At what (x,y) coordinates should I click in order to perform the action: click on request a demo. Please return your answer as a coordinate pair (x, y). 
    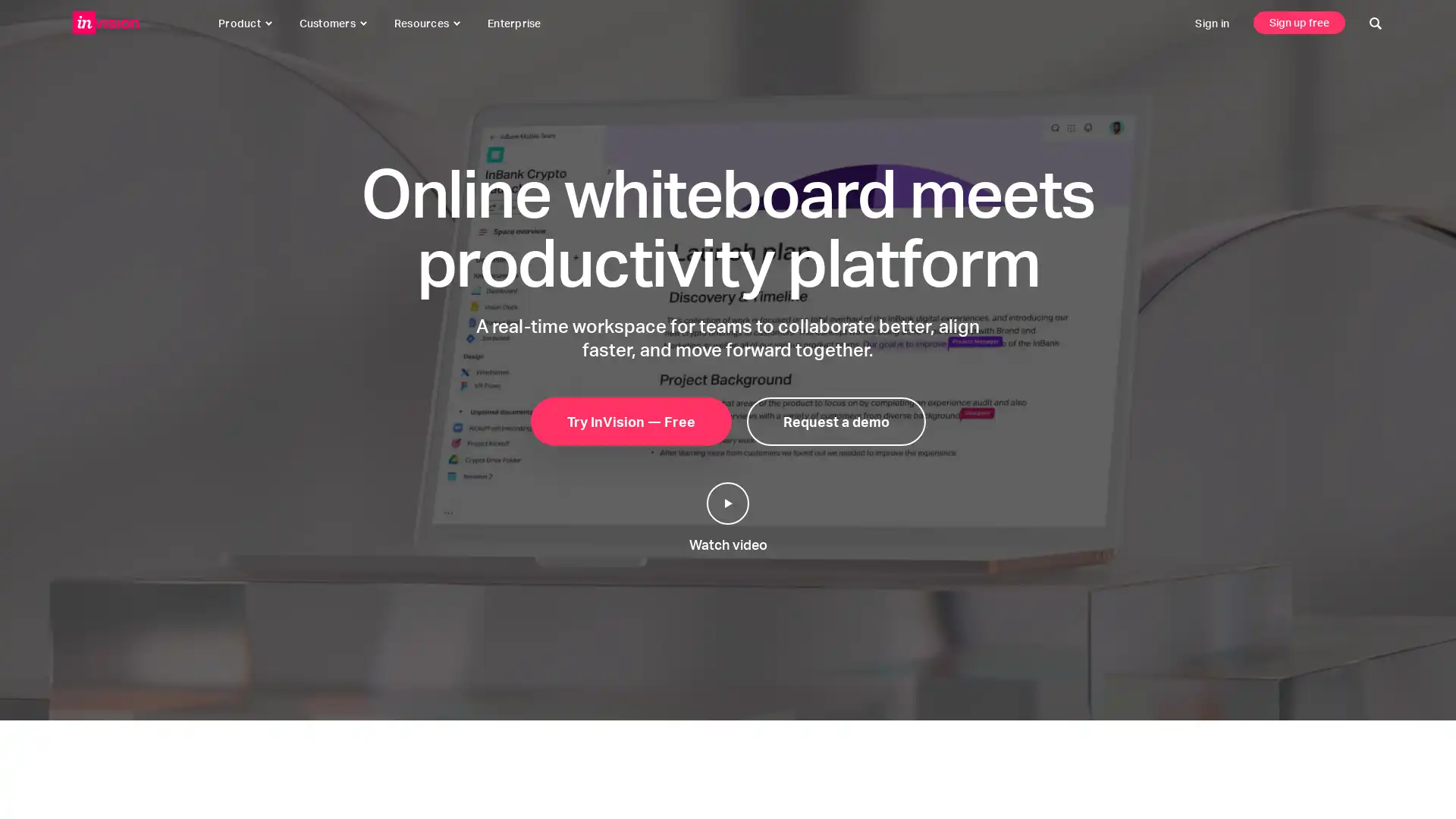
    Looking at the image, I should click on (835, 421).